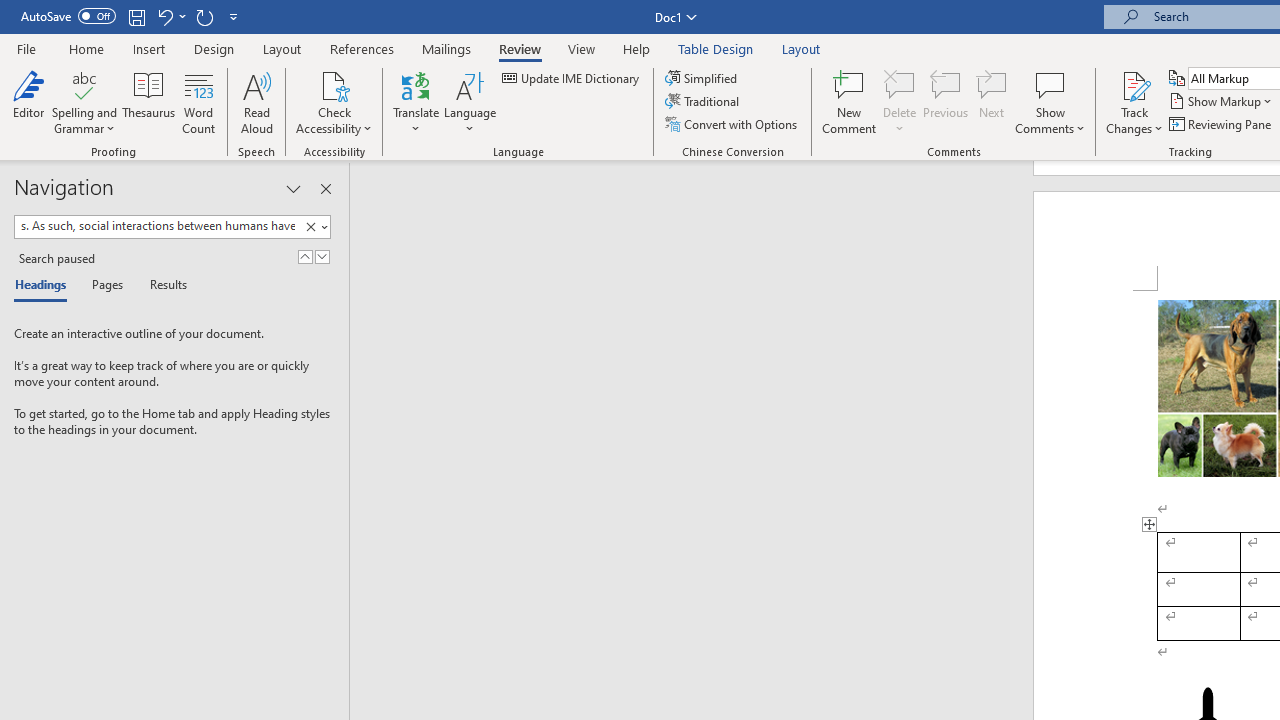 The height and width of the screenshot is (720, 1280). Describe the element at coordinates (334, 103) in the screenshot. I see `'Check Accessibility'` at that location.